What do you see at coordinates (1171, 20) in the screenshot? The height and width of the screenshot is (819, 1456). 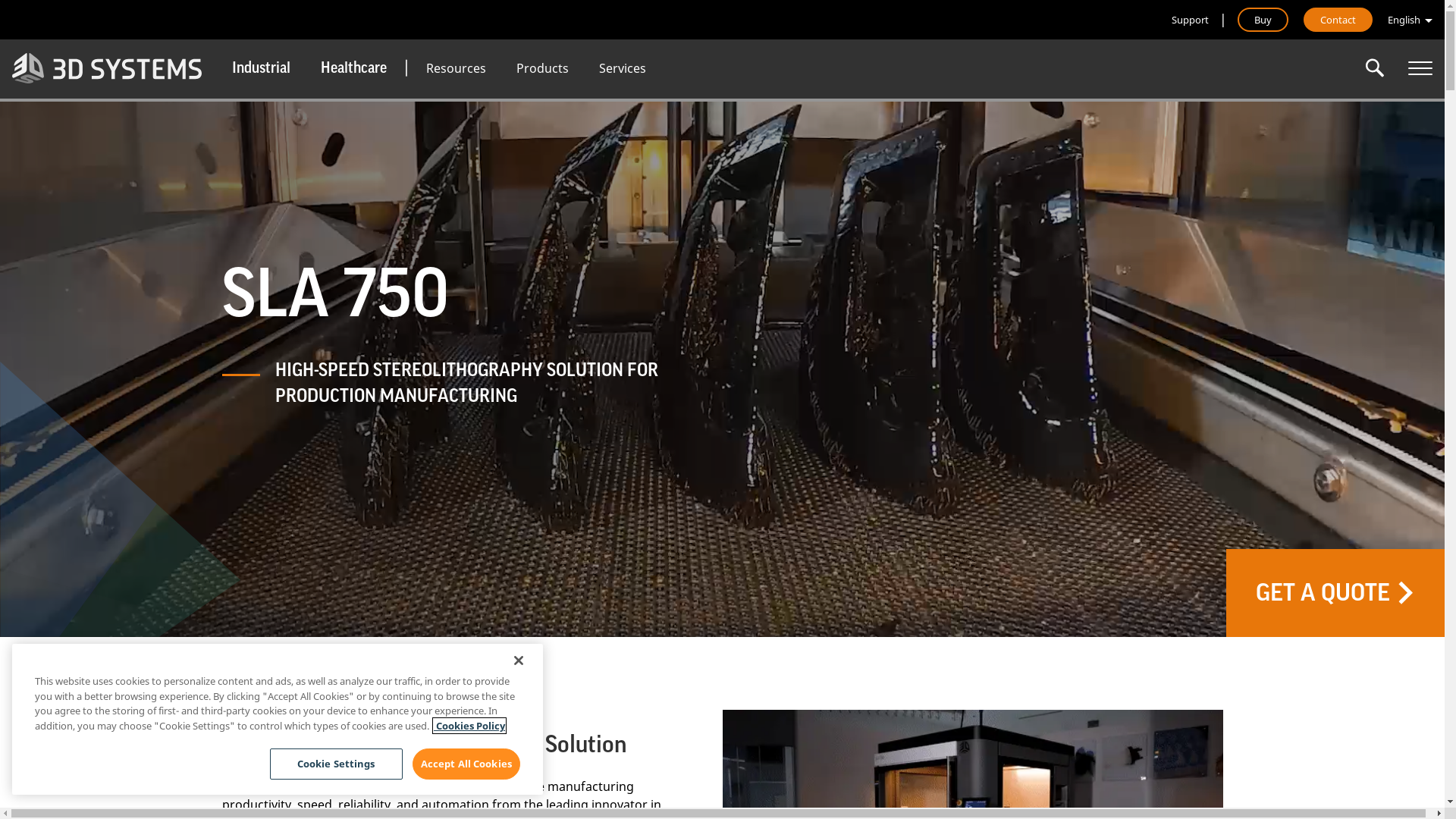 I see `'Support'` at bounding box center [1171, 20].